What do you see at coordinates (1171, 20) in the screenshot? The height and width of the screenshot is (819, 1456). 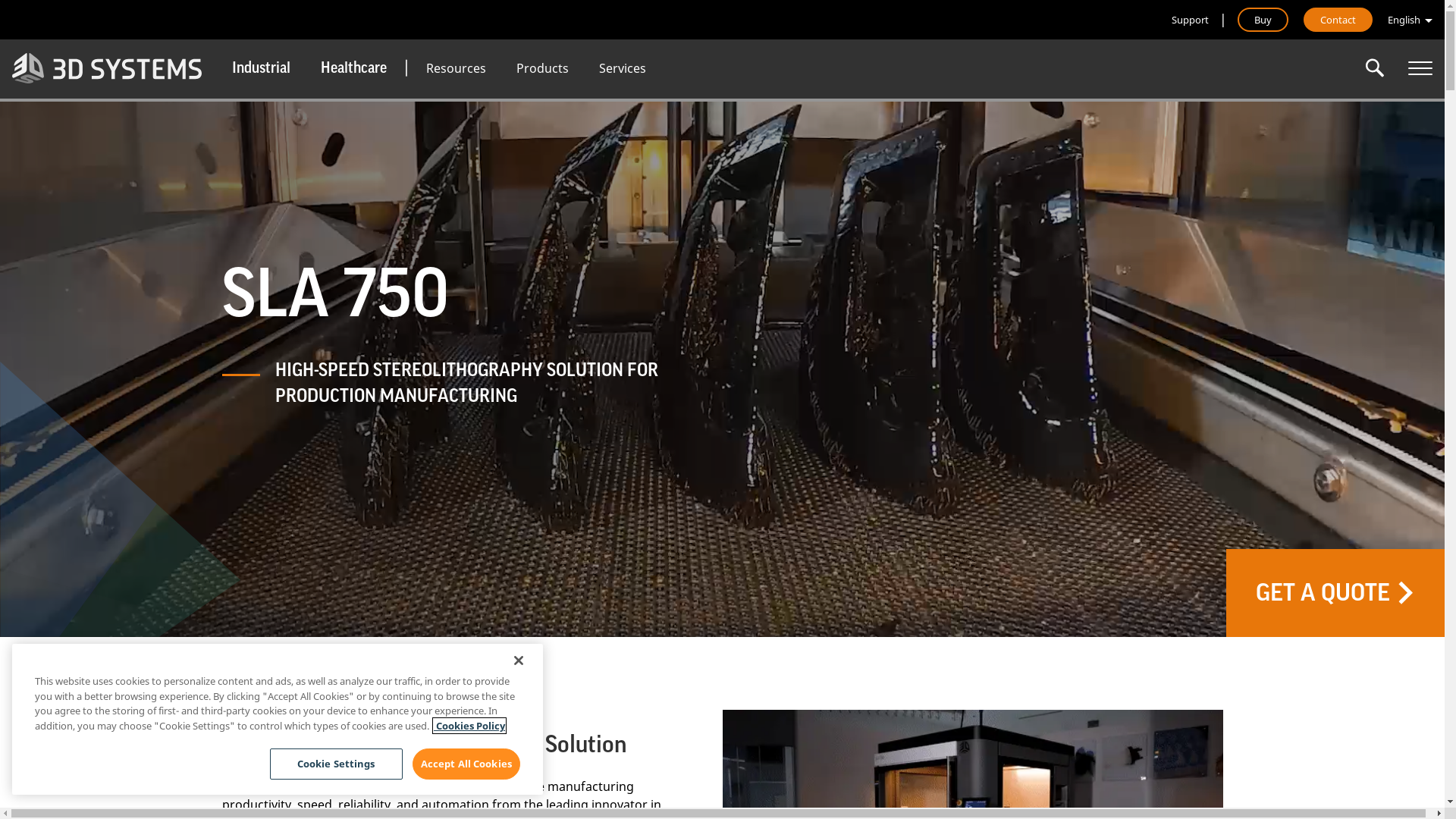 I see `'Support'` at bounding box center [1171, 20].